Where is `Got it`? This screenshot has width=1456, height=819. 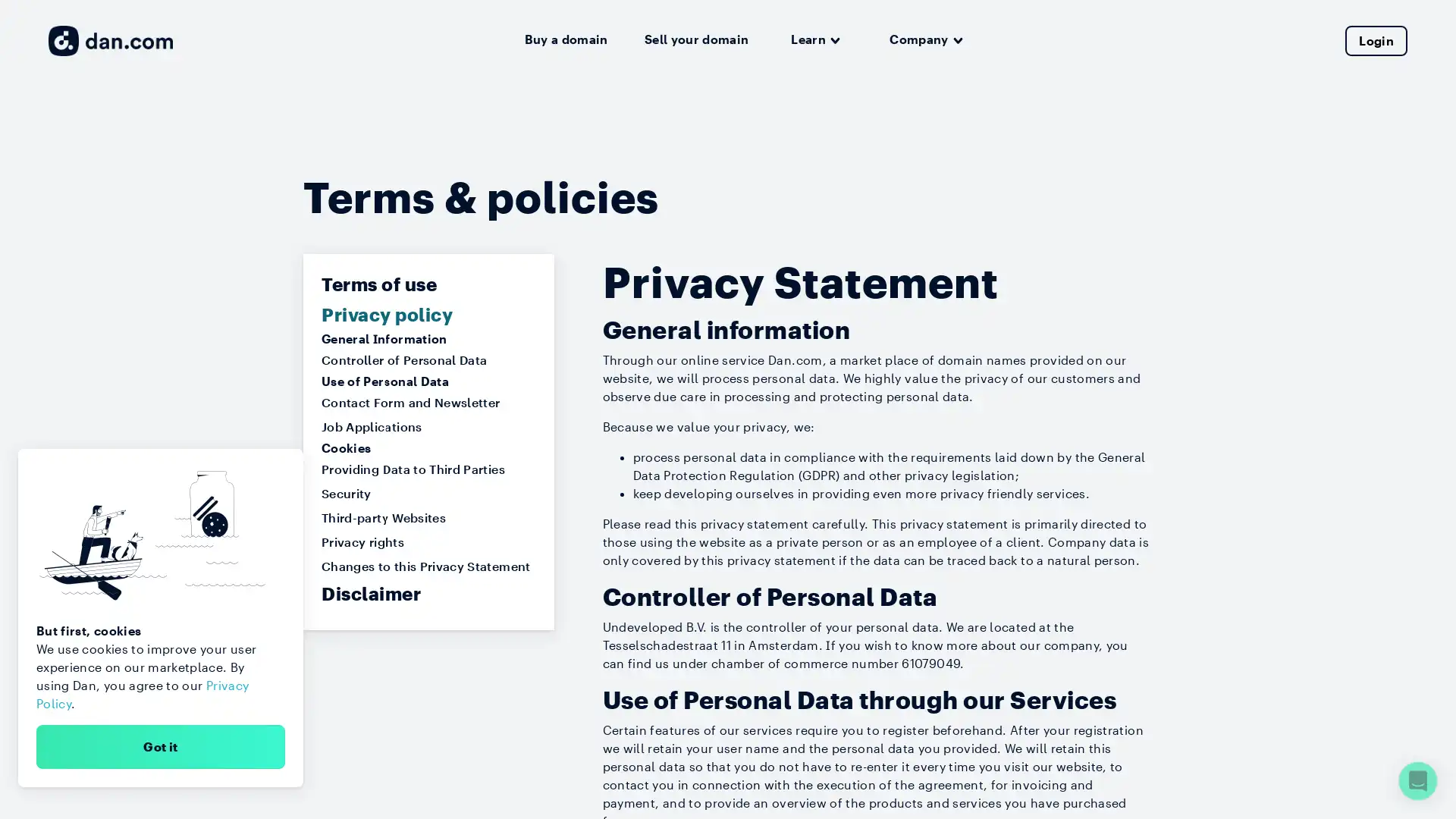
Got it is located at coordinates (160, 745).